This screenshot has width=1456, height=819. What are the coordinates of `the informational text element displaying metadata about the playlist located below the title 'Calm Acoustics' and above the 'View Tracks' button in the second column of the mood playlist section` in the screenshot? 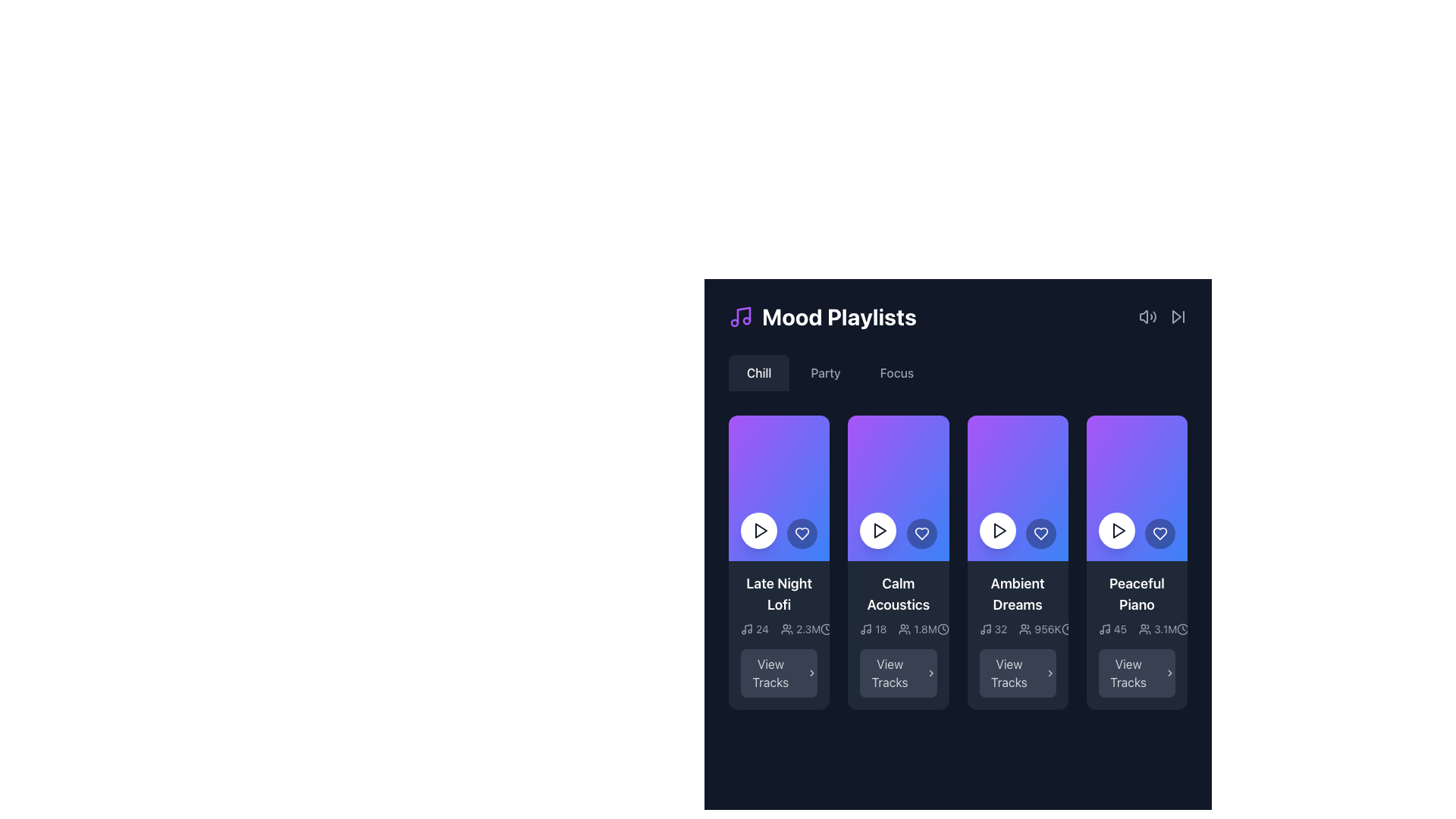 It's located at (898, 629).